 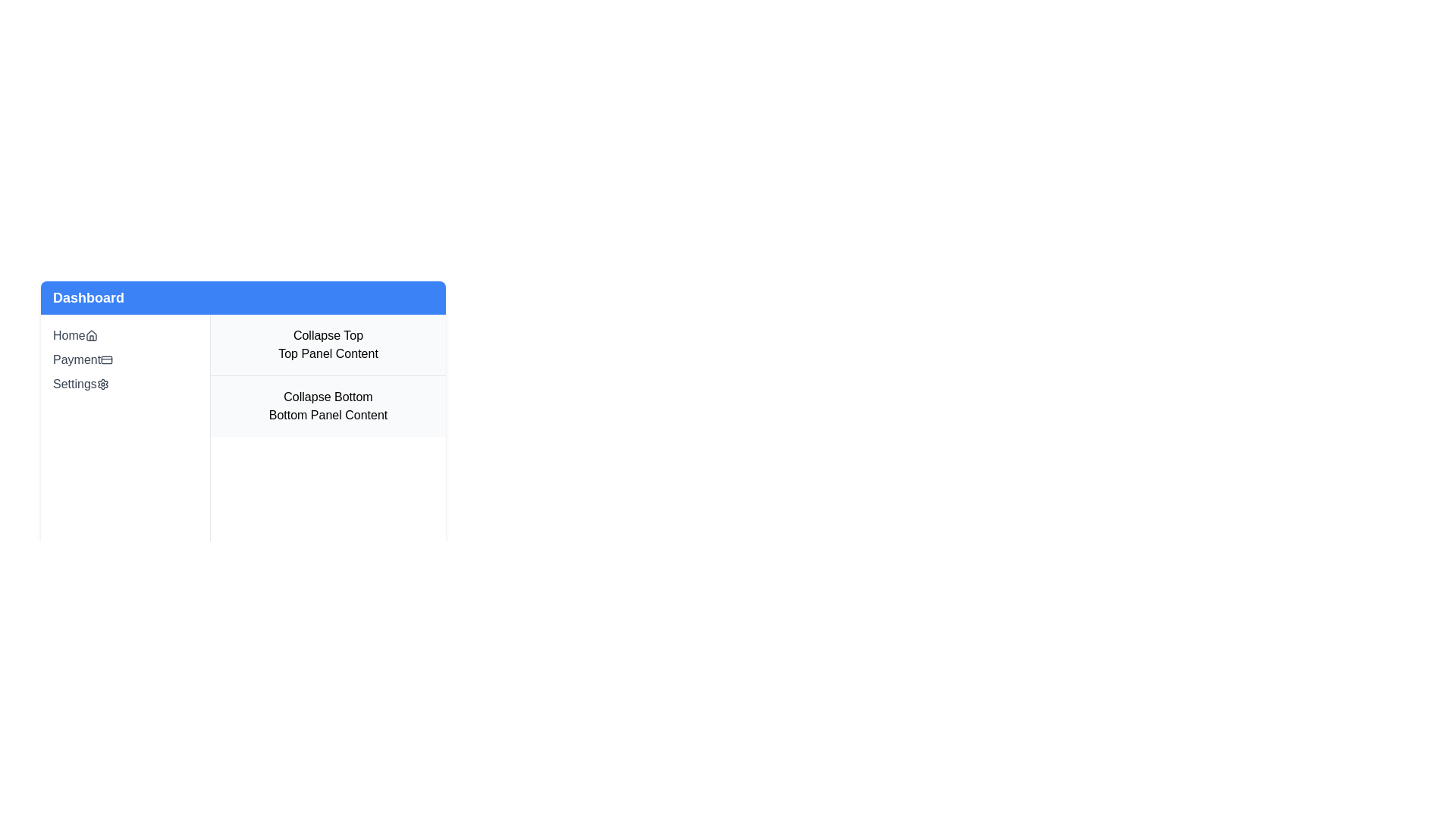 What do you see at coordinates (327, 406) in the screenshot?
I see `the text label for the collapsible section titled 'Collapse Bottom' that displays 'Bottom Panel Content', located in the lower section of the interface` at bounding box center [327, 406].